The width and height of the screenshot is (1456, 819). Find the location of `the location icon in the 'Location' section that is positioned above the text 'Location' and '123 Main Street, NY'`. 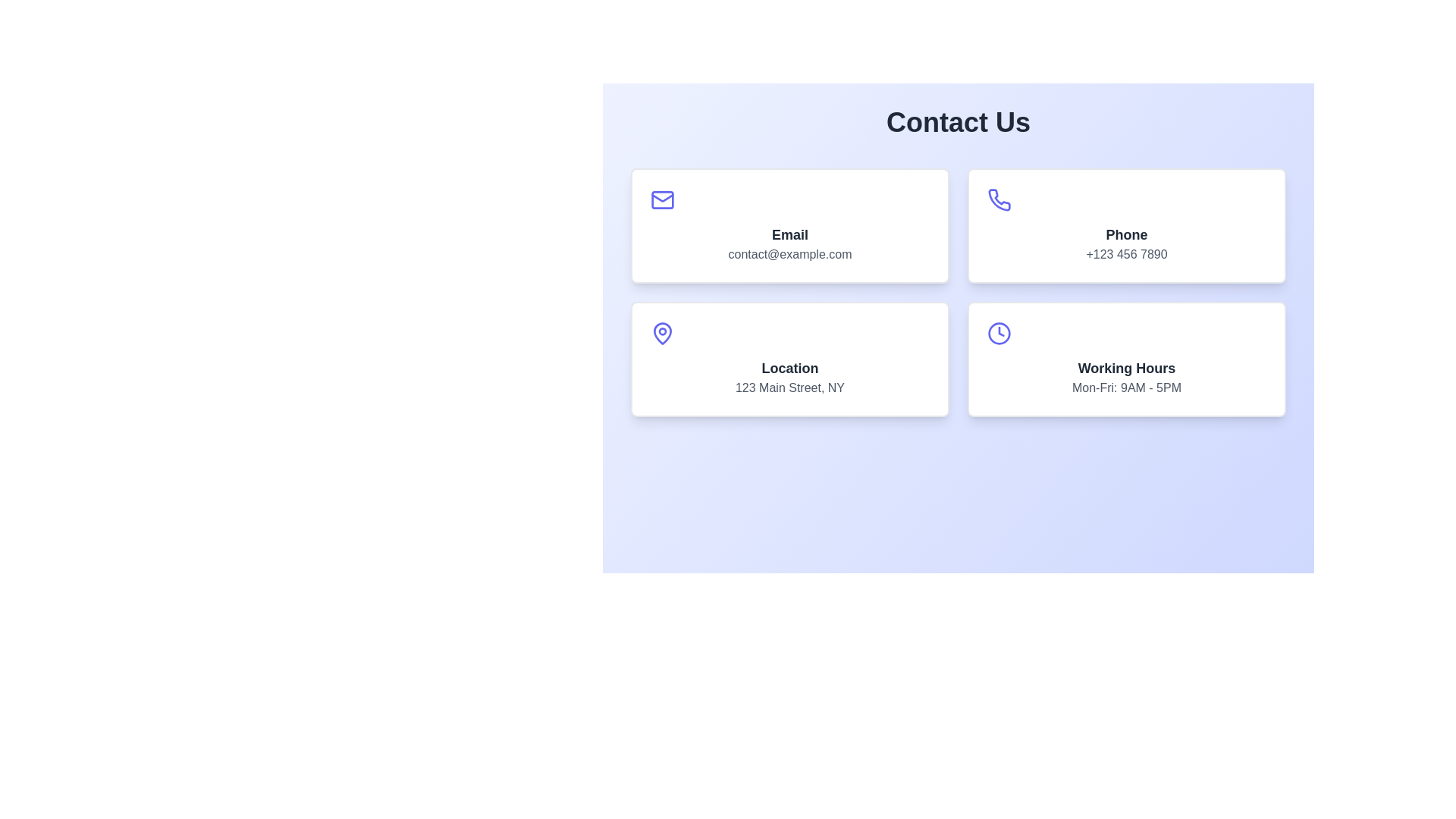

the location icon in the 'Location' section that is positioned above the text 'Location' and '123 Main Street, NY' is located at coordinates (662, 332).